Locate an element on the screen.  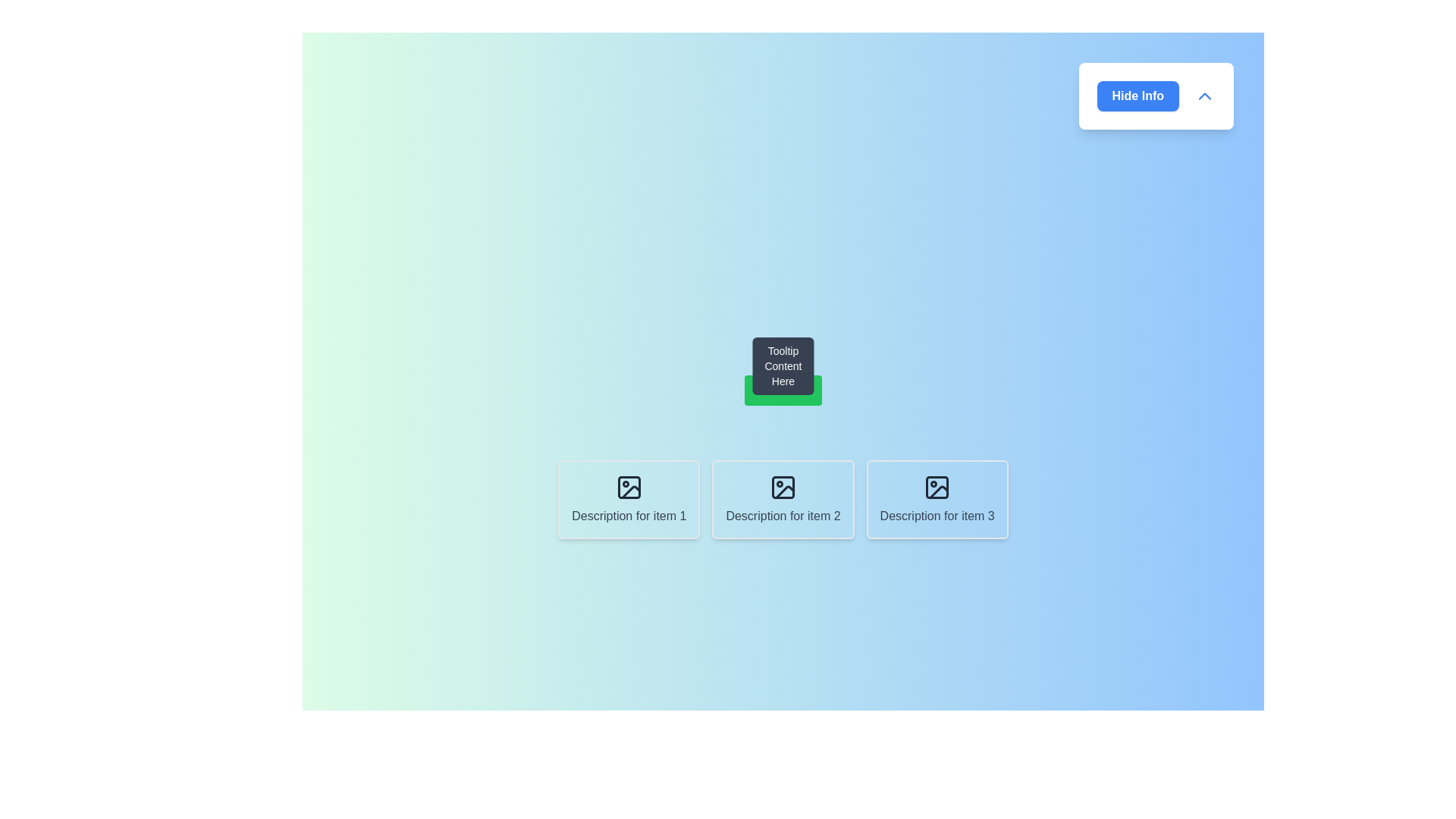
the image placeholder/icon representing the third item in a horizontal row of three items is located at coordinates (937, 488).